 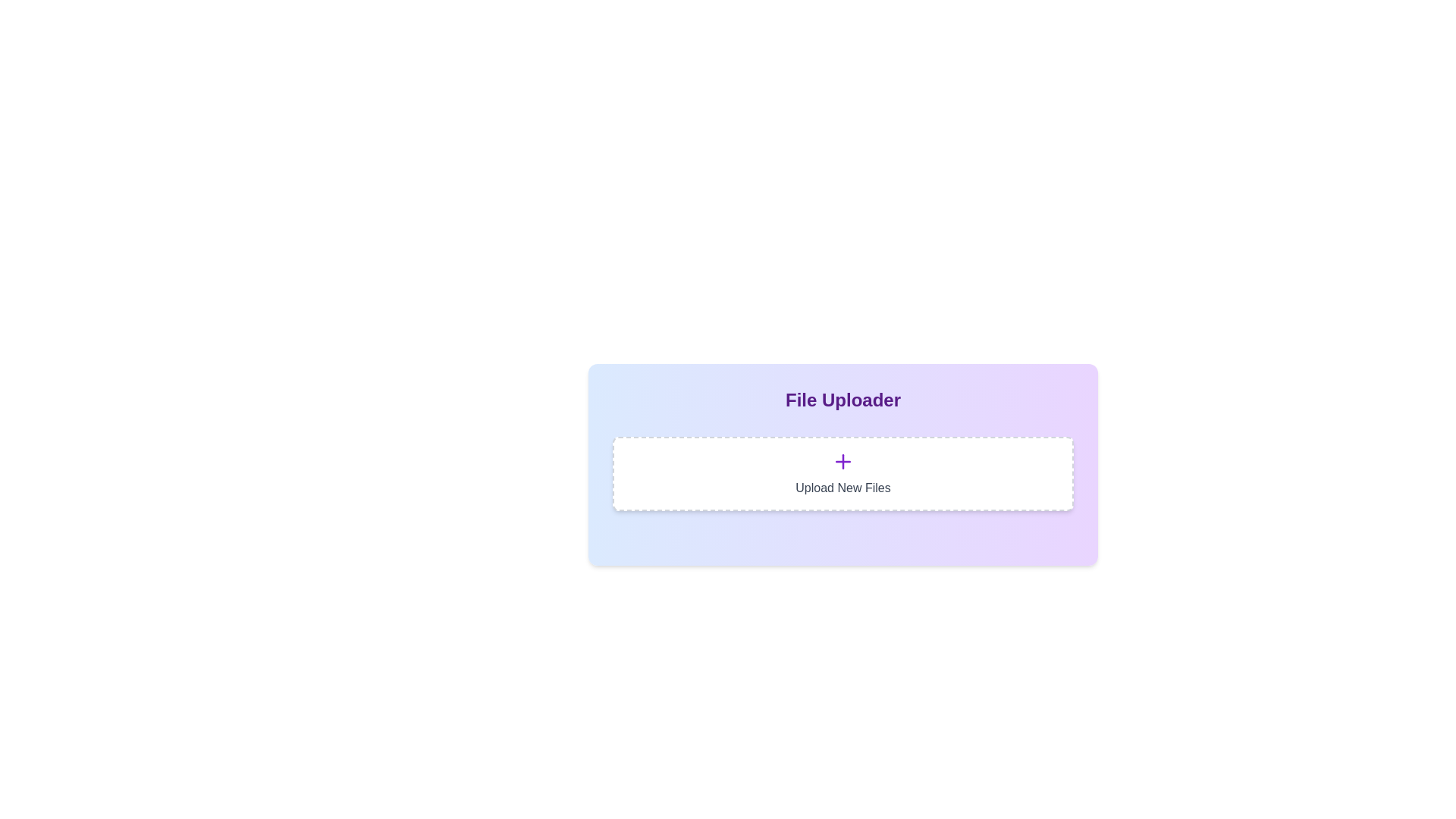 I want to click on the upload icon button, which is centrally located above the text 'Upload New Files' within a bordered box with dashed lines, so click(x=843, y=461).